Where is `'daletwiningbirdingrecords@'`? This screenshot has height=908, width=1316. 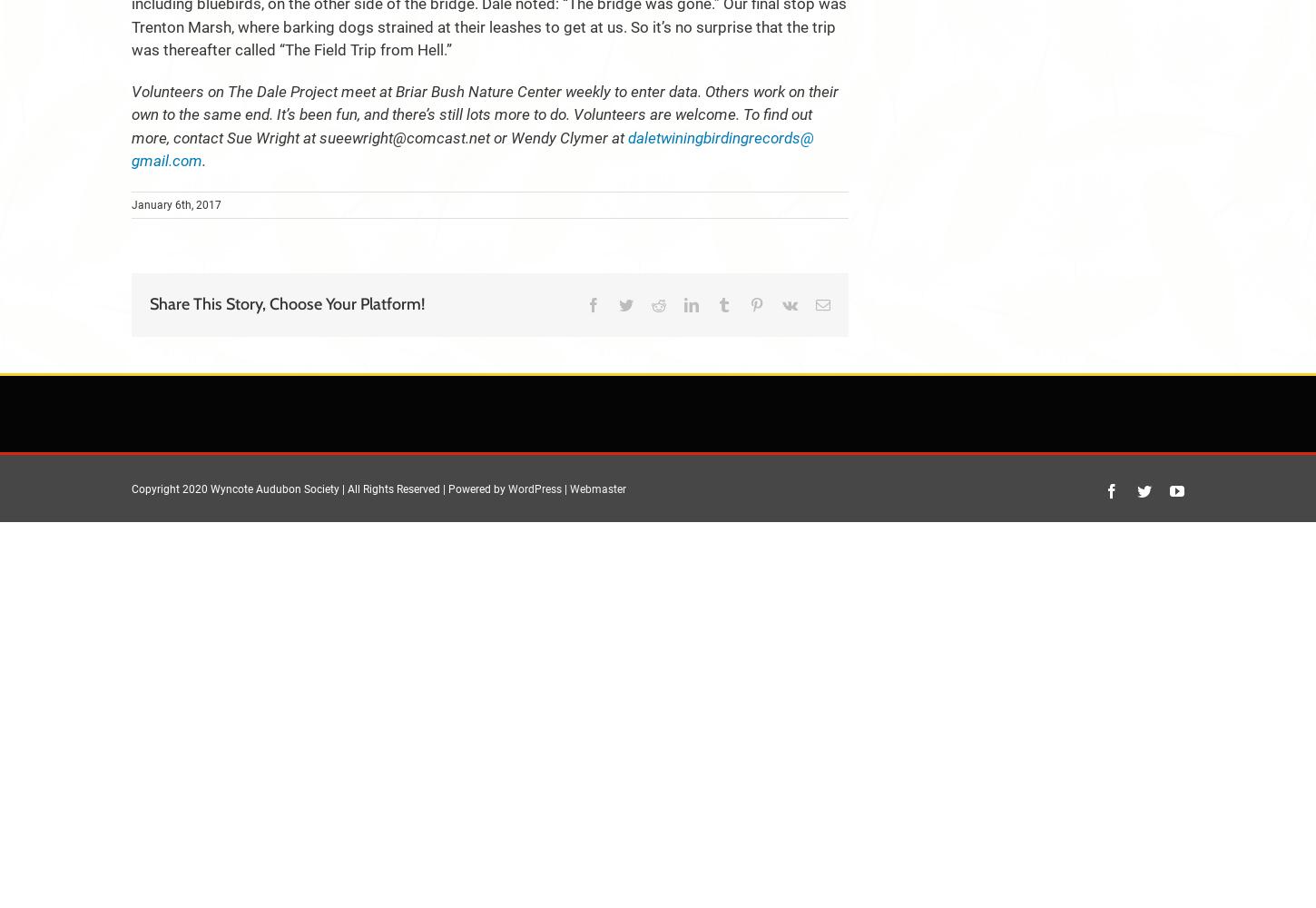 'daletwiningbirdingrecords@' is located at coordinates (626, 137).